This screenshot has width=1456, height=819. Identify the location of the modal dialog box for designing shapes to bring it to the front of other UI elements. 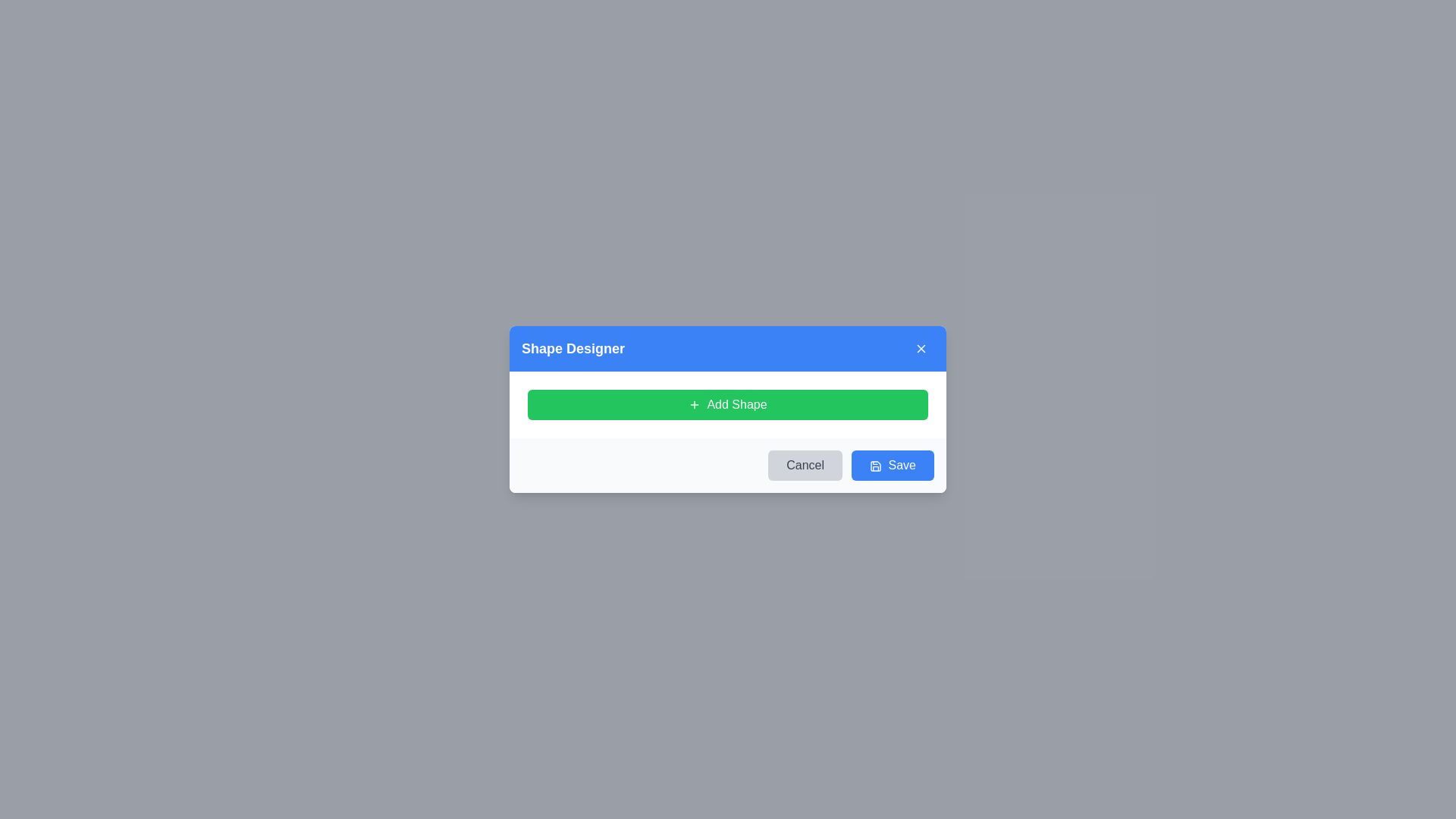
(728, 409).